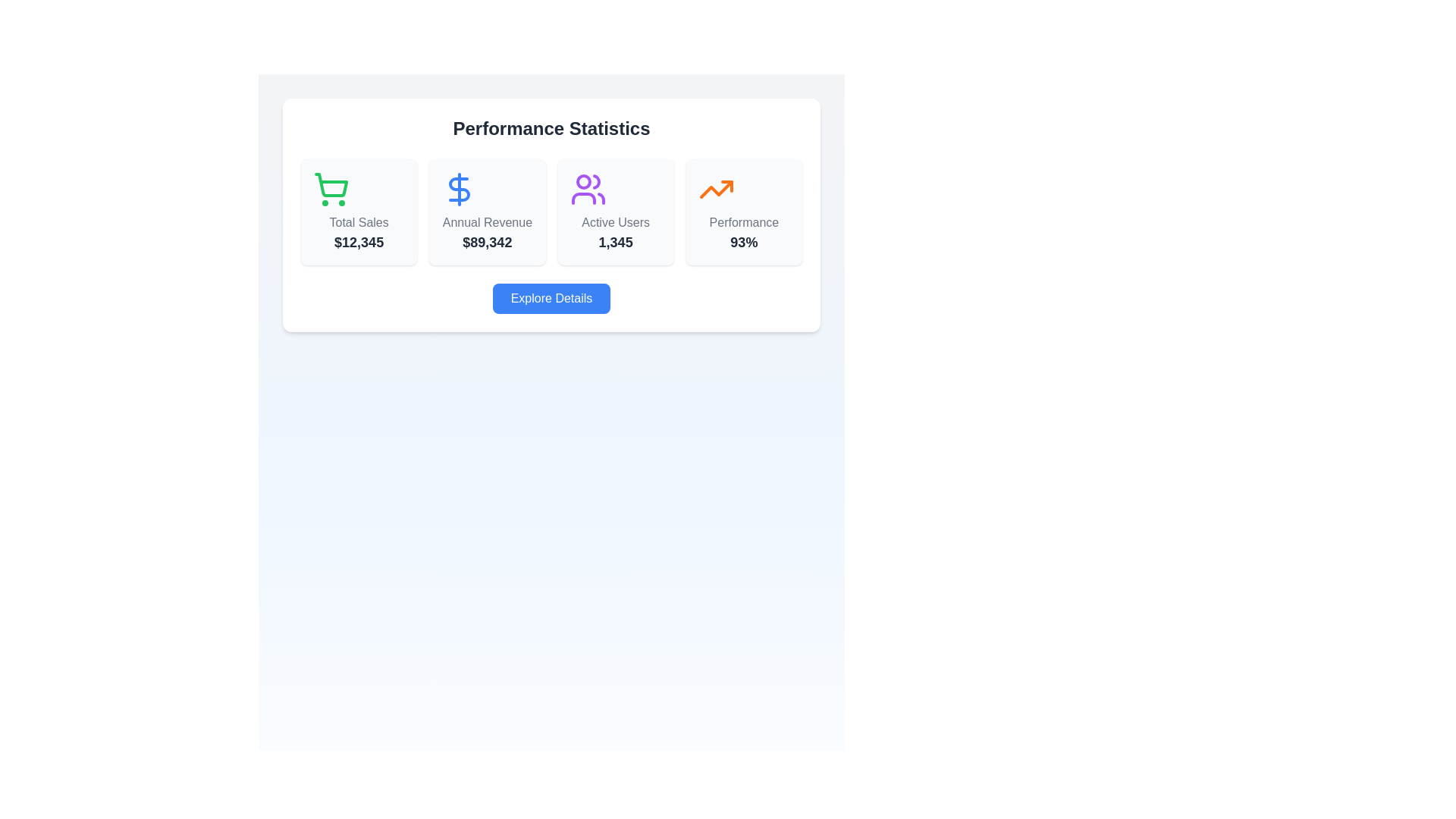 The height and width of the screenshot is (819, 1456). What do you see at coordinates (616, 222) in the screenshot?
I see `the 'Active Users' text label, which indicates the number of active users and is positioned below the user group icon and above the numeric value '1,345'` at bounding box center [616, 222].